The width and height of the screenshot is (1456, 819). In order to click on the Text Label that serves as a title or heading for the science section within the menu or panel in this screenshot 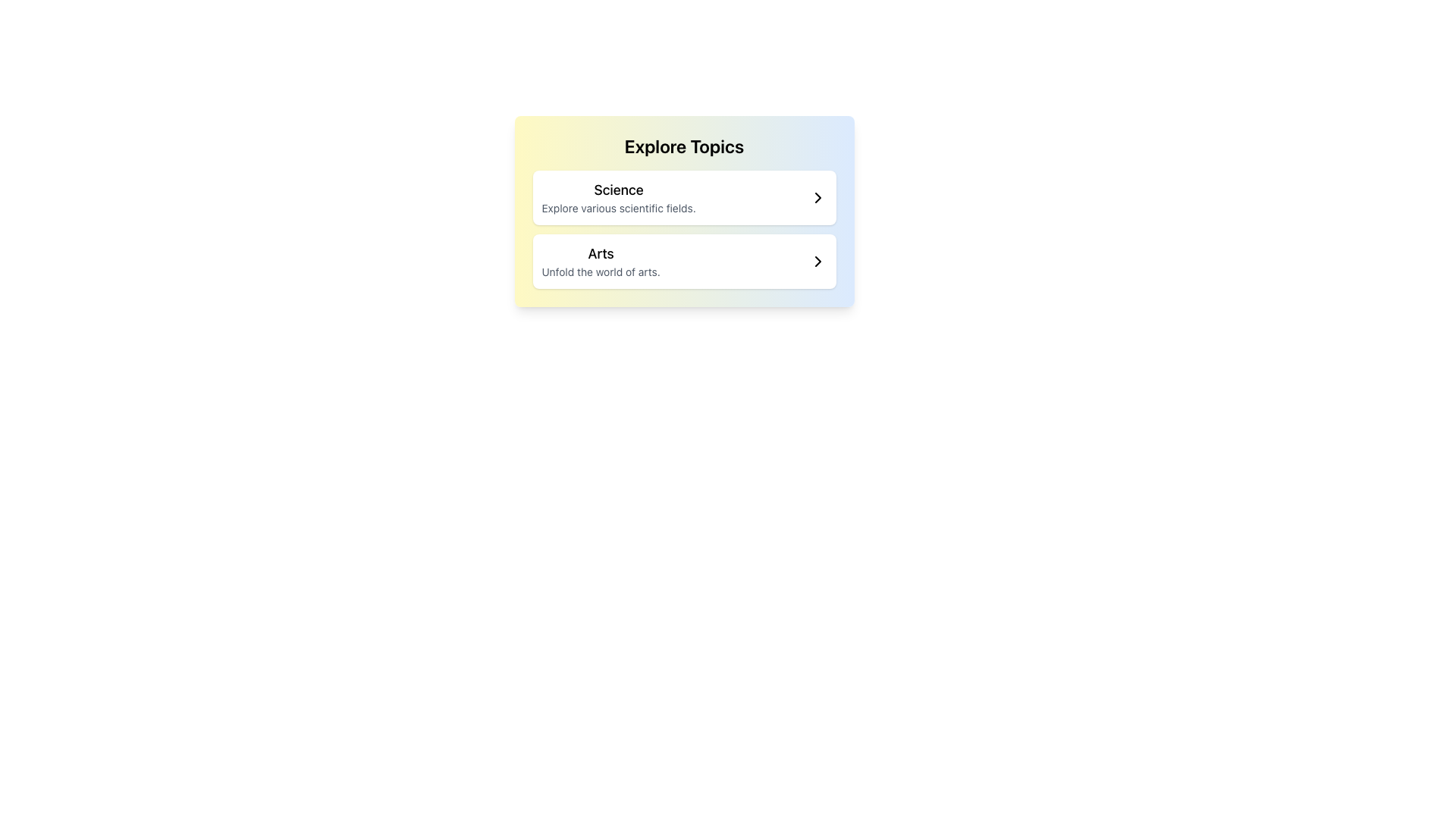, I will do `click(619, 189)`.